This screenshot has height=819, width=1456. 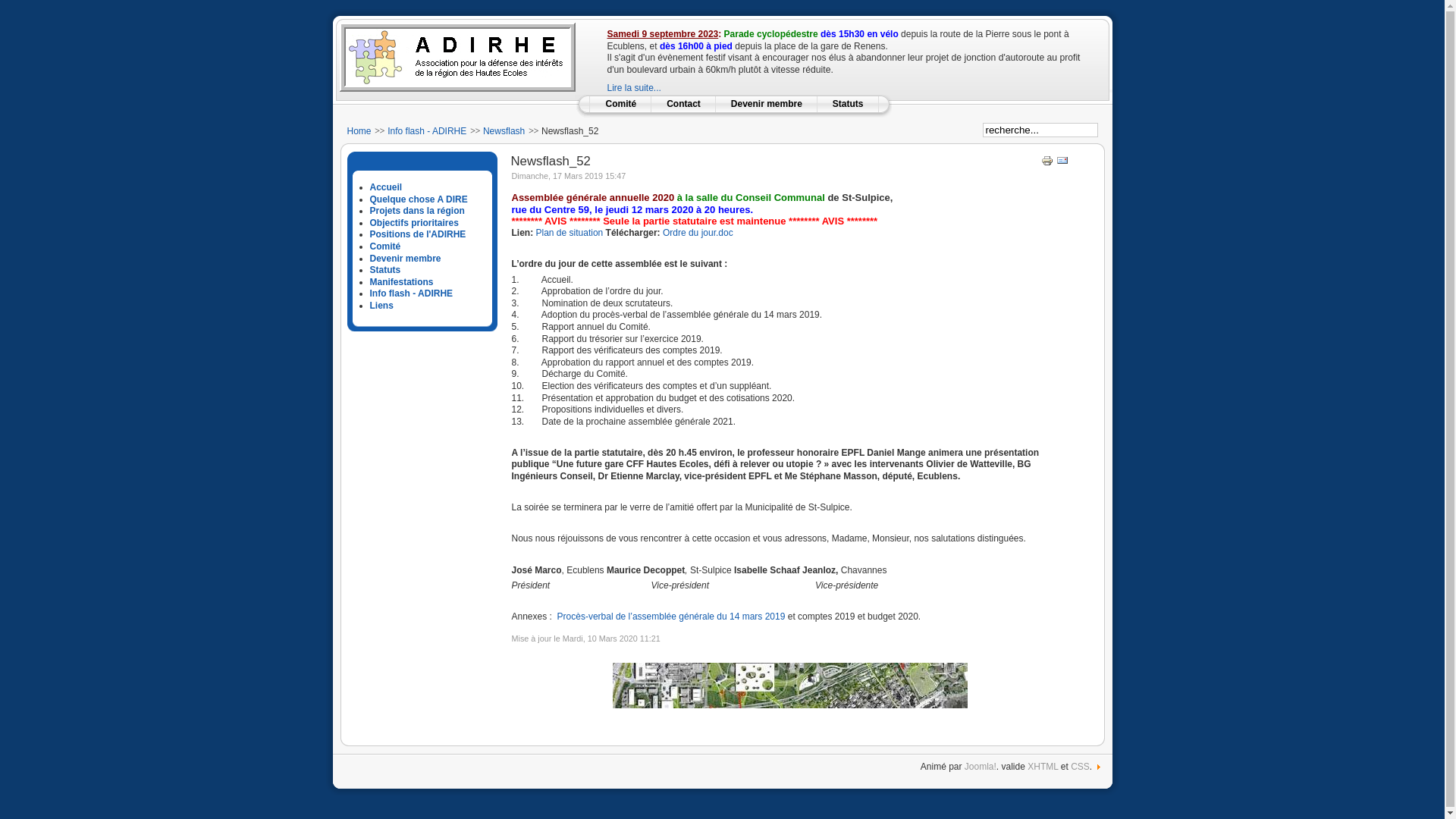 What do you see at coordinates (1055, 164) in the screenshot?
I see `'Envoyer'` at bounding box center [1055, 164].